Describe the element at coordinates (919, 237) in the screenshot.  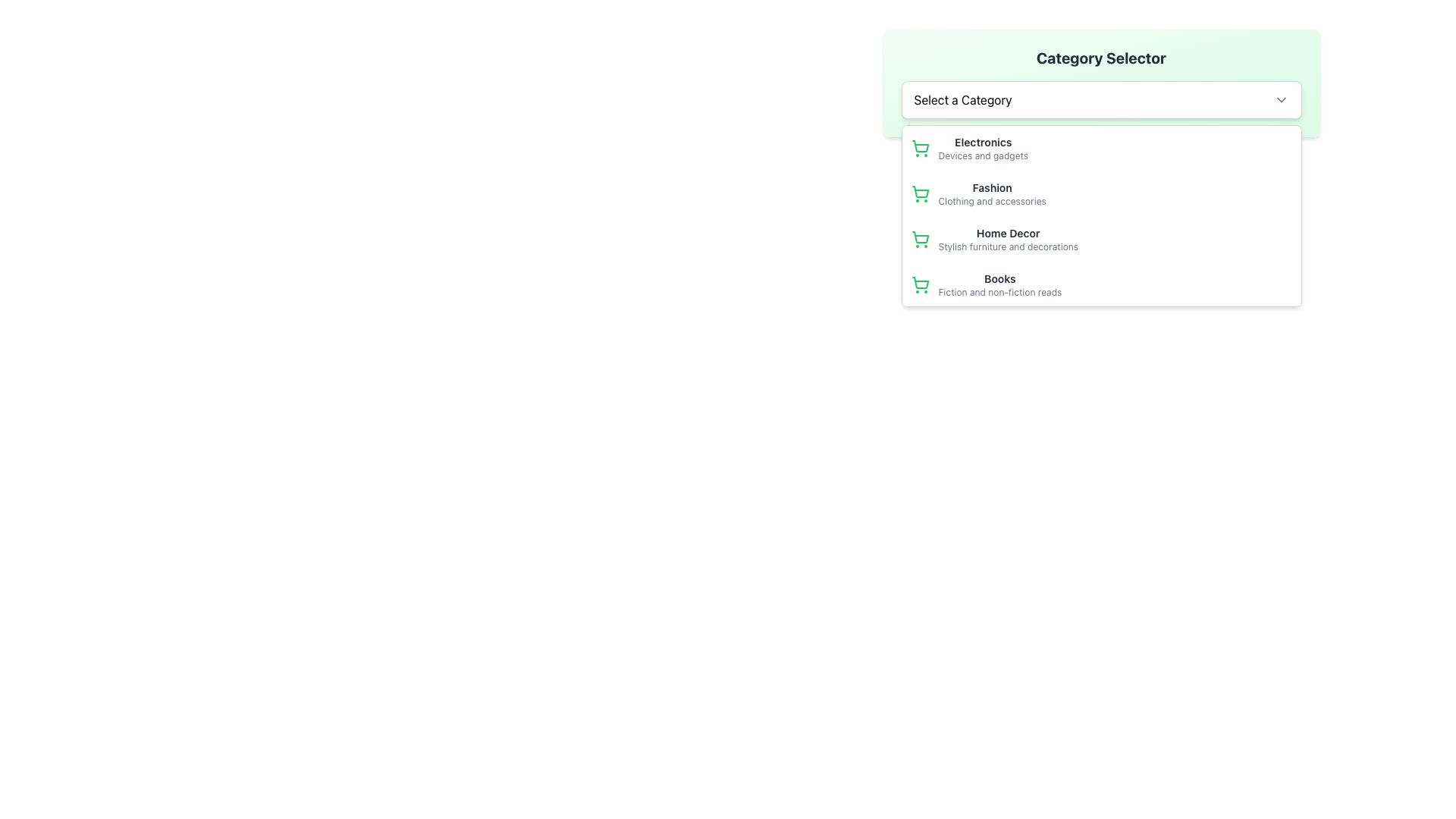
I see `the visual representation of the green shopping cart icon located to the left of the 'Home Decor' text in the dropdown menu` at that location.